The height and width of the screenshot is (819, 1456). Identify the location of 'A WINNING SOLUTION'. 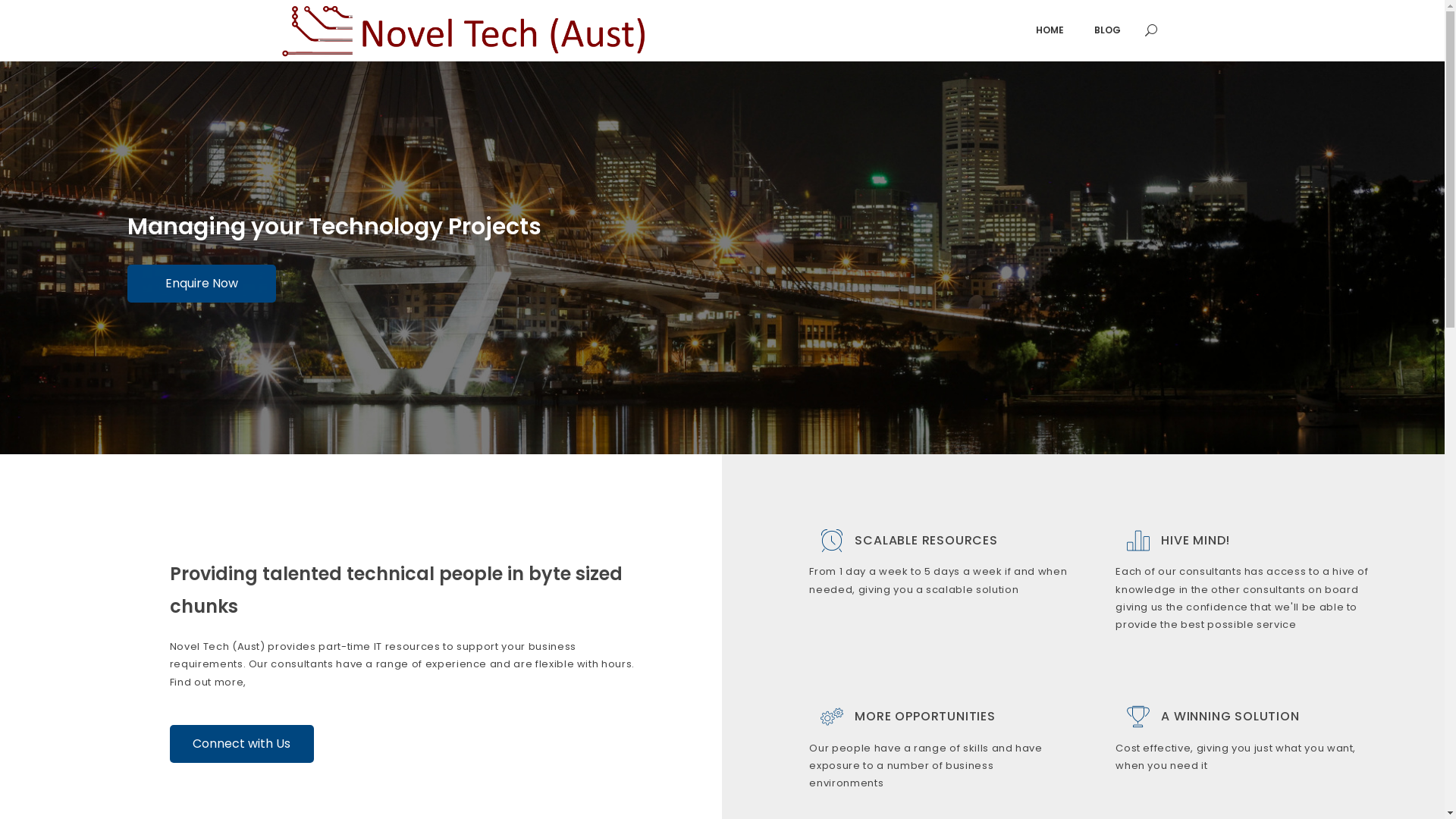
(1230, 716).